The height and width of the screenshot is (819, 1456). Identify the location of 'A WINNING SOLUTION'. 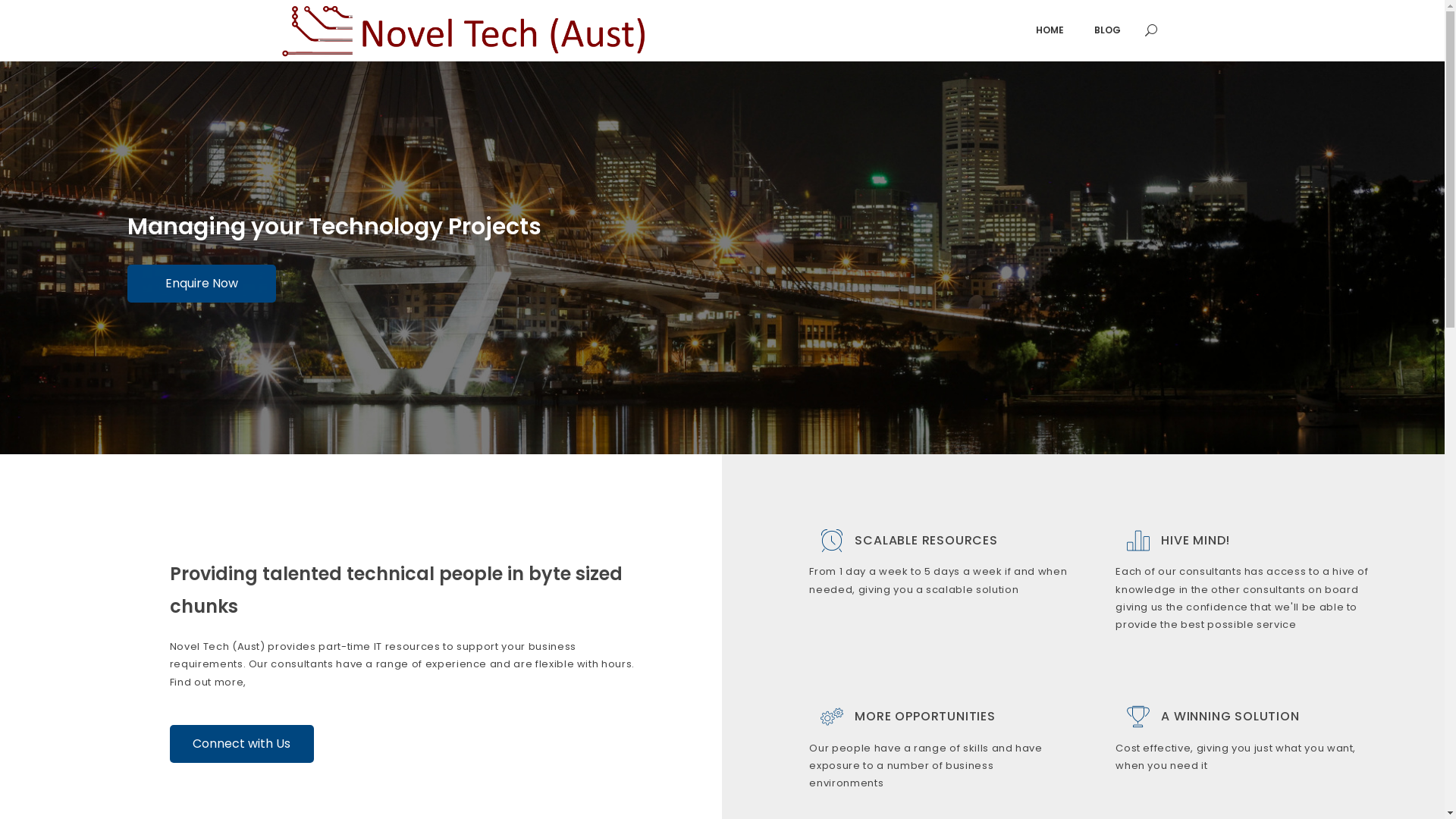
(1230, 716).